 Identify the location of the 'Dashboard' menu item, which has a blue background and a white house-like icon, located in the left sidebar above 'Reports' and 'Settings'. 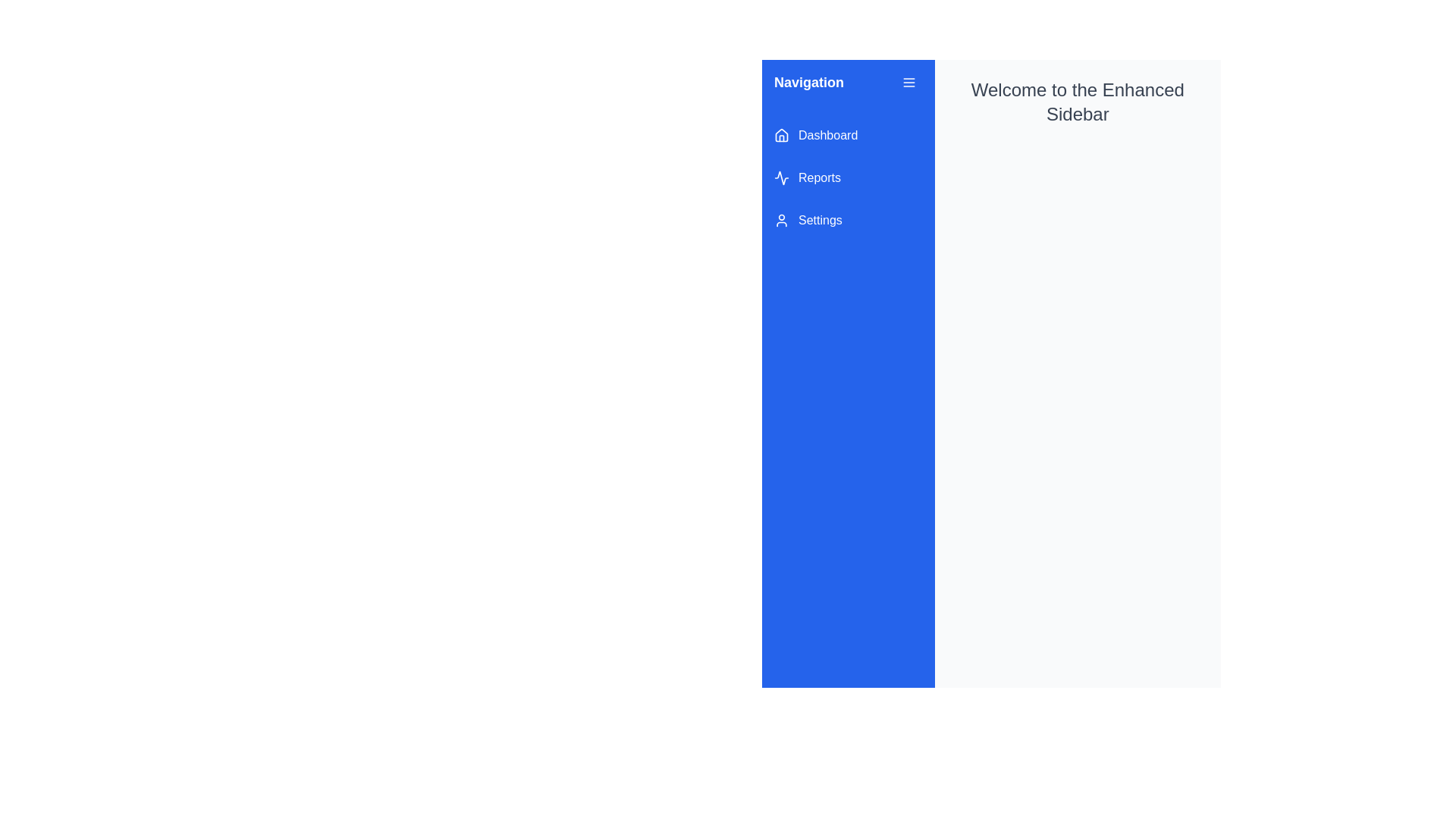
(847, 134).